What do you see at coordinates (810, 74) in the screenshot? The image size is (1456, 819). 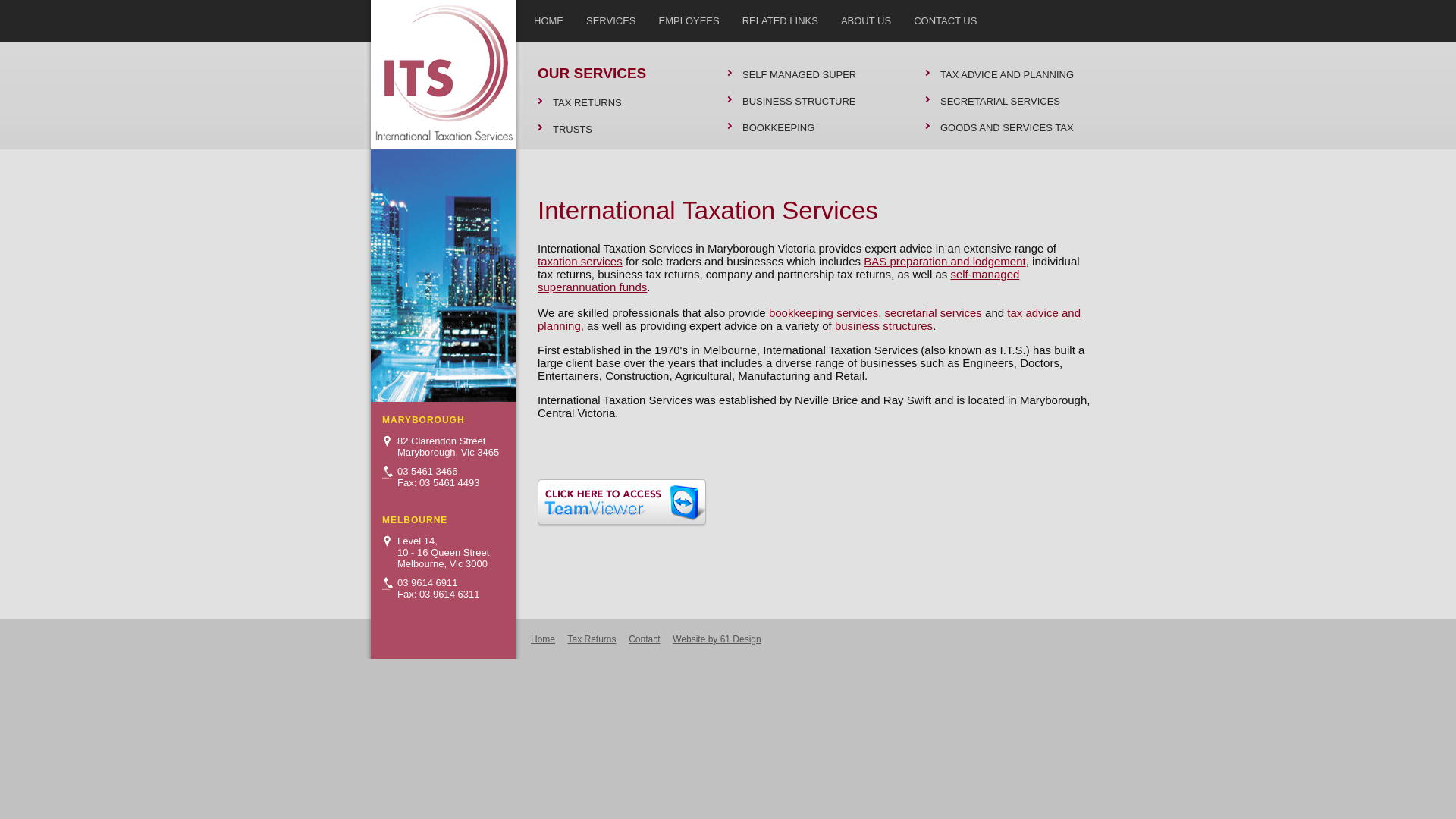 I see `'SELF MANAGED SUPER'` at bounding box center [810, 74].